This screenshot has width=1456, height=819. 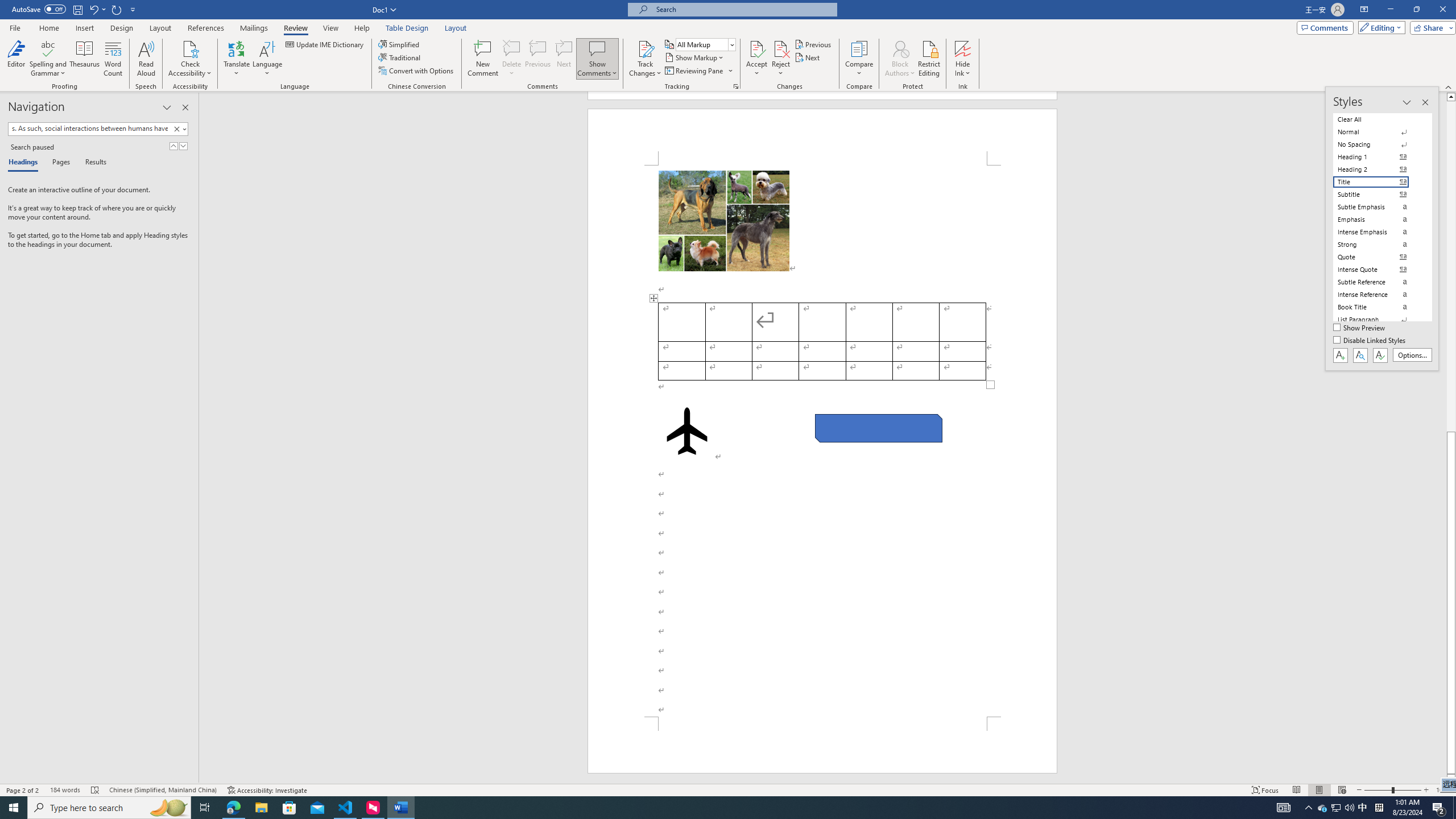 What do you see at coordinates (1412, 355) in the screenshot?
I see `'Options...'` at bounding box center [1412, 355].